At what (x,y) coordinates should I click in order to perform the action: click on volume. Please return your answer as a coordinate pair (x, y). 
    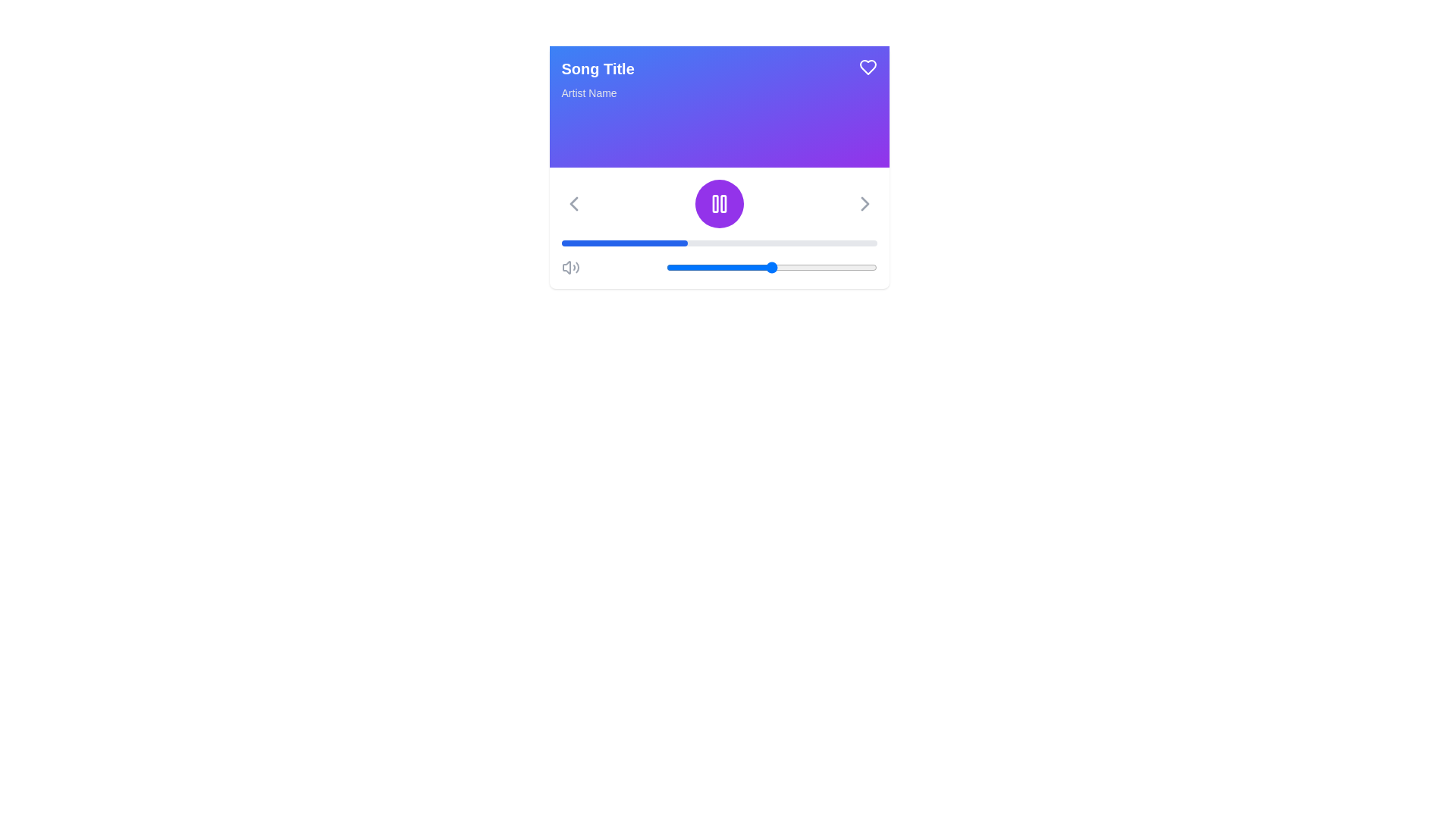
    Looking at the image, I should click on (813, 267).